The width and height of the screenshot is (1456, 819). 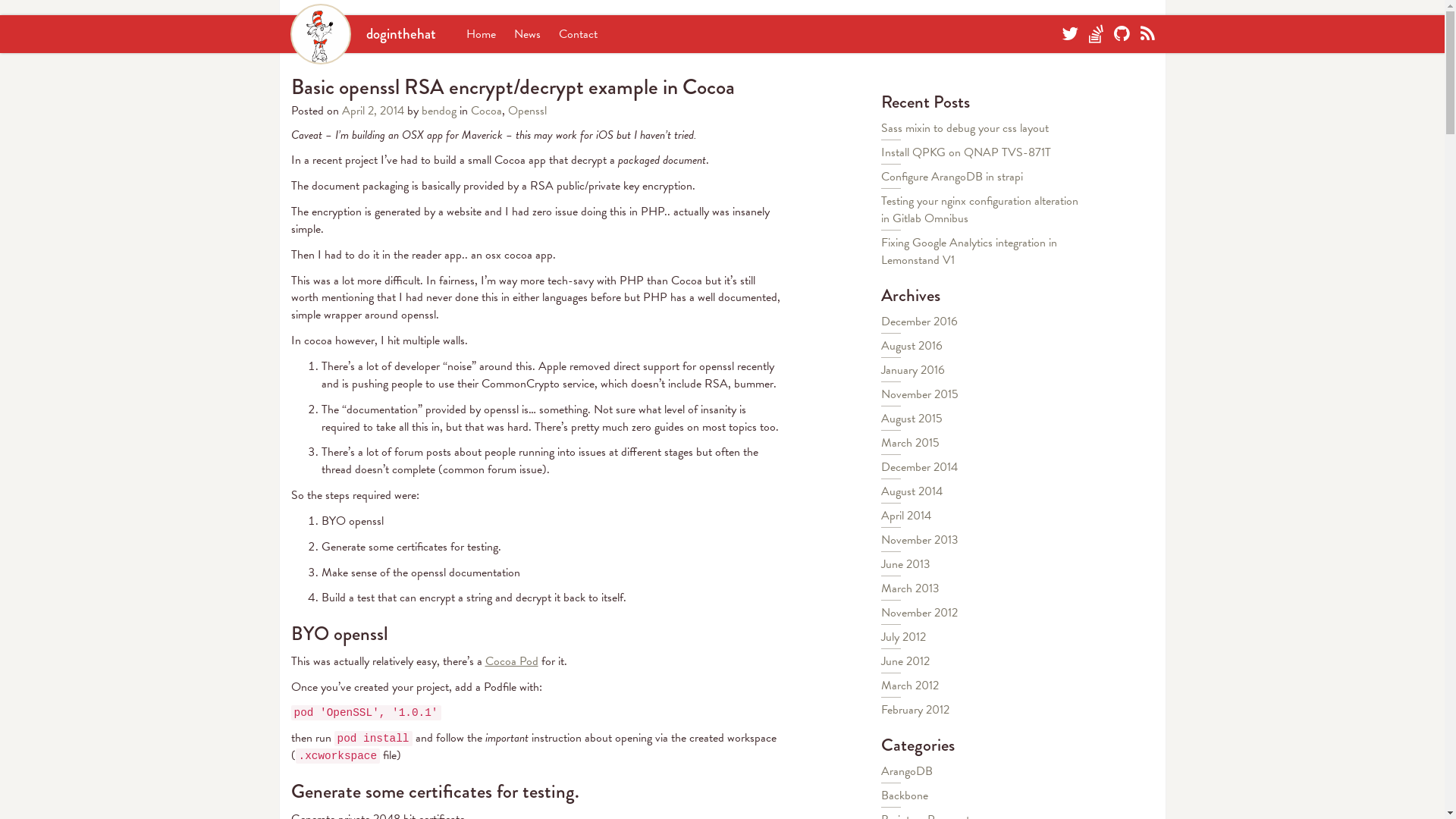 I want to click on 'June 2013', so click(x=905, y=564).